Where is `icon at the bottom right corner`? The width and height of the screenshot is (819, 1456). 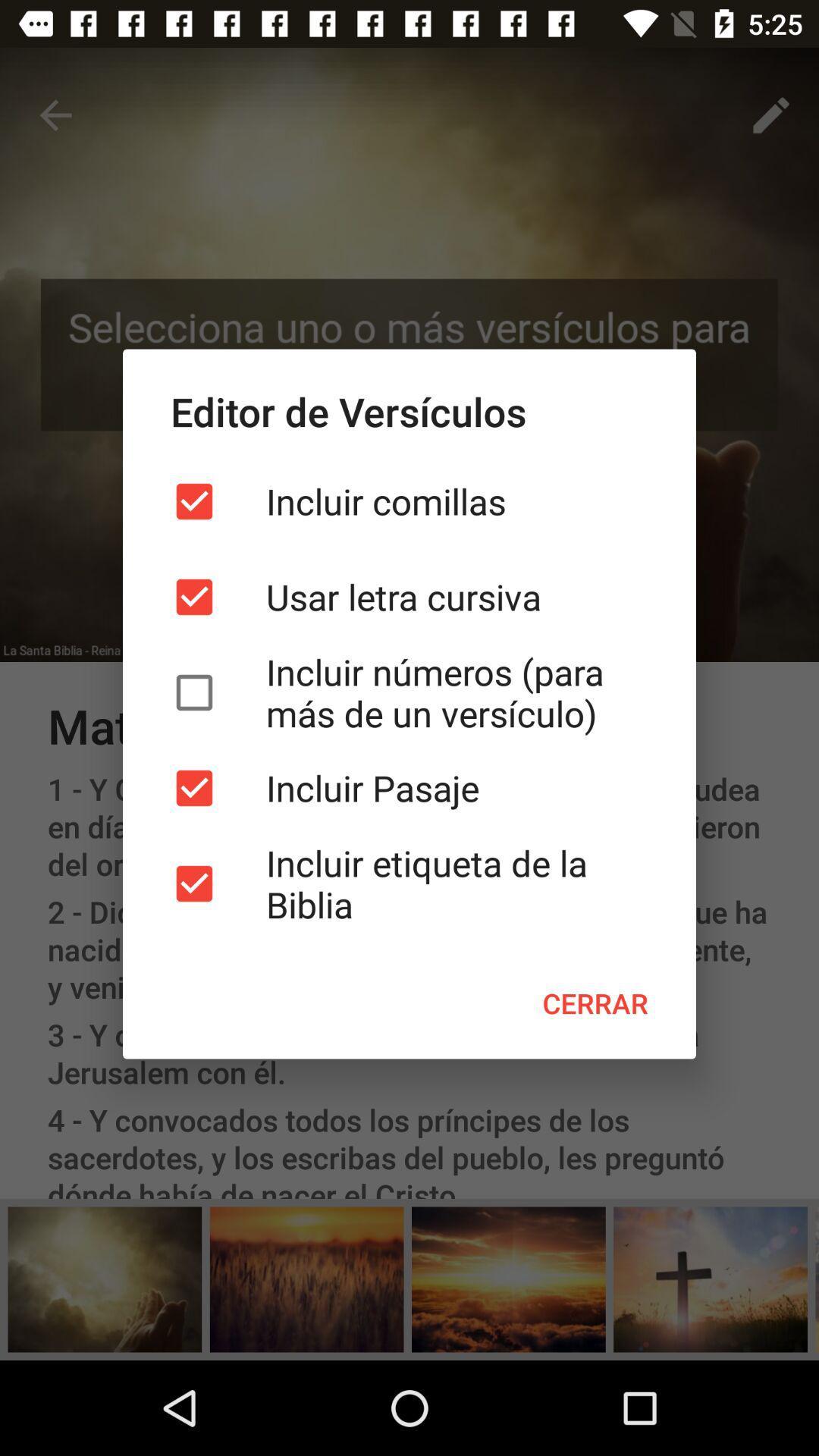
icon at the bottom right corner is located at coordinates (595, 1003).